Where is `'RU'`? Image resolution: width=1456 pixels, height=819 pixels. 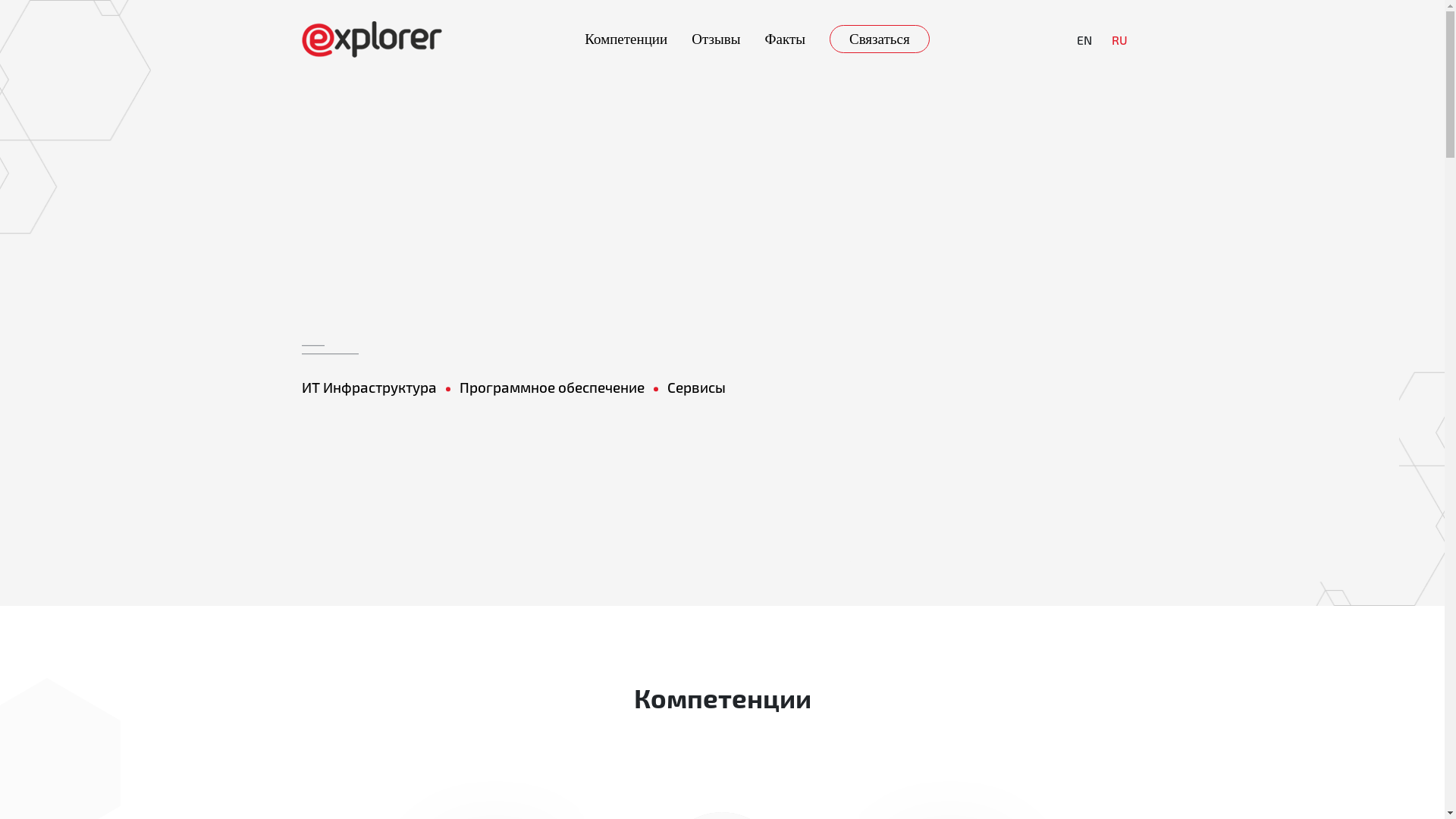 'RU' is located at coordinates (1119, 38).